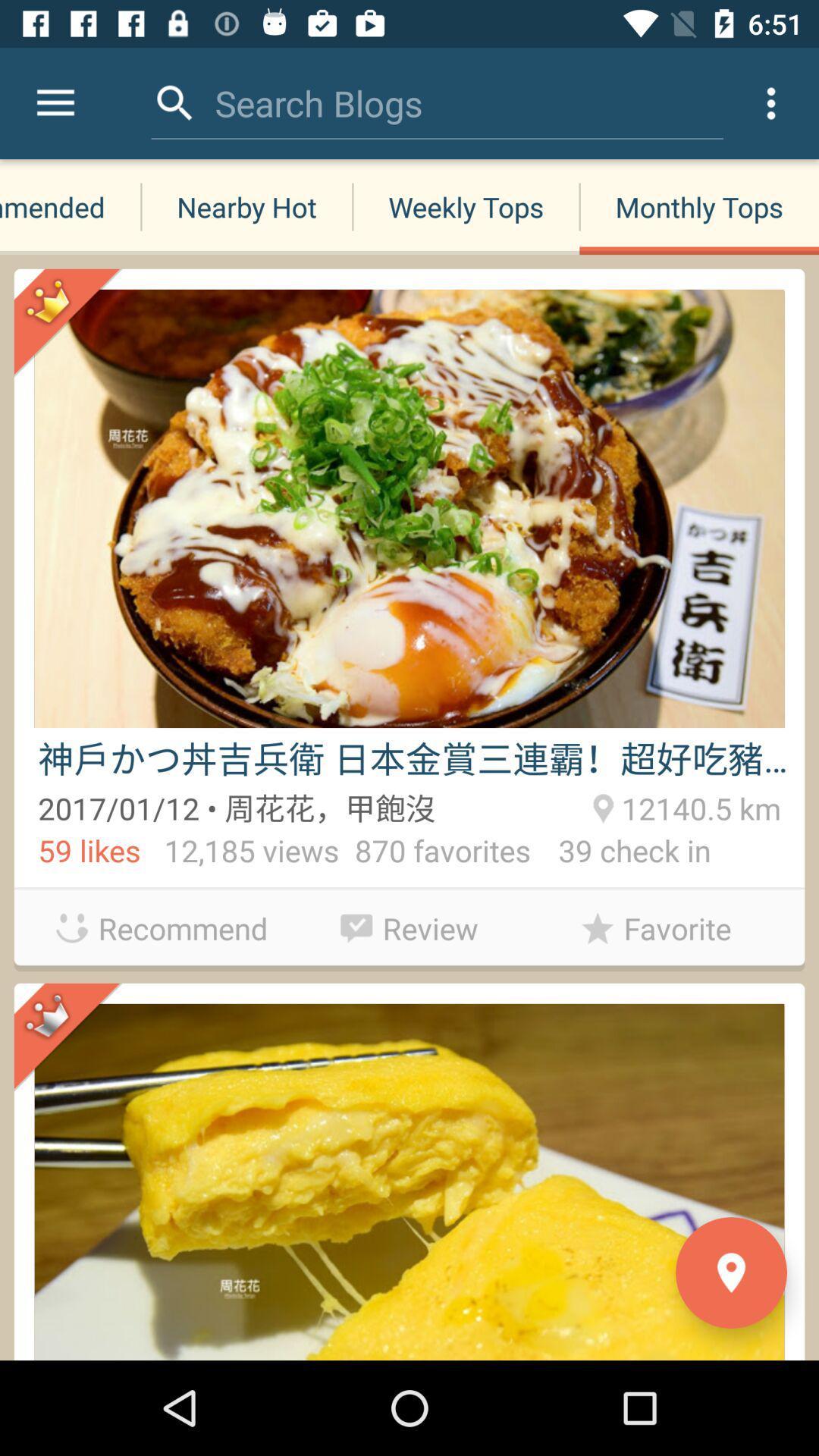 This screenshot has width=819, height=1456. Describe the element at coordinates (70, 206) in the screenshot. I see `icon to the left of nearby hot item` at that location.